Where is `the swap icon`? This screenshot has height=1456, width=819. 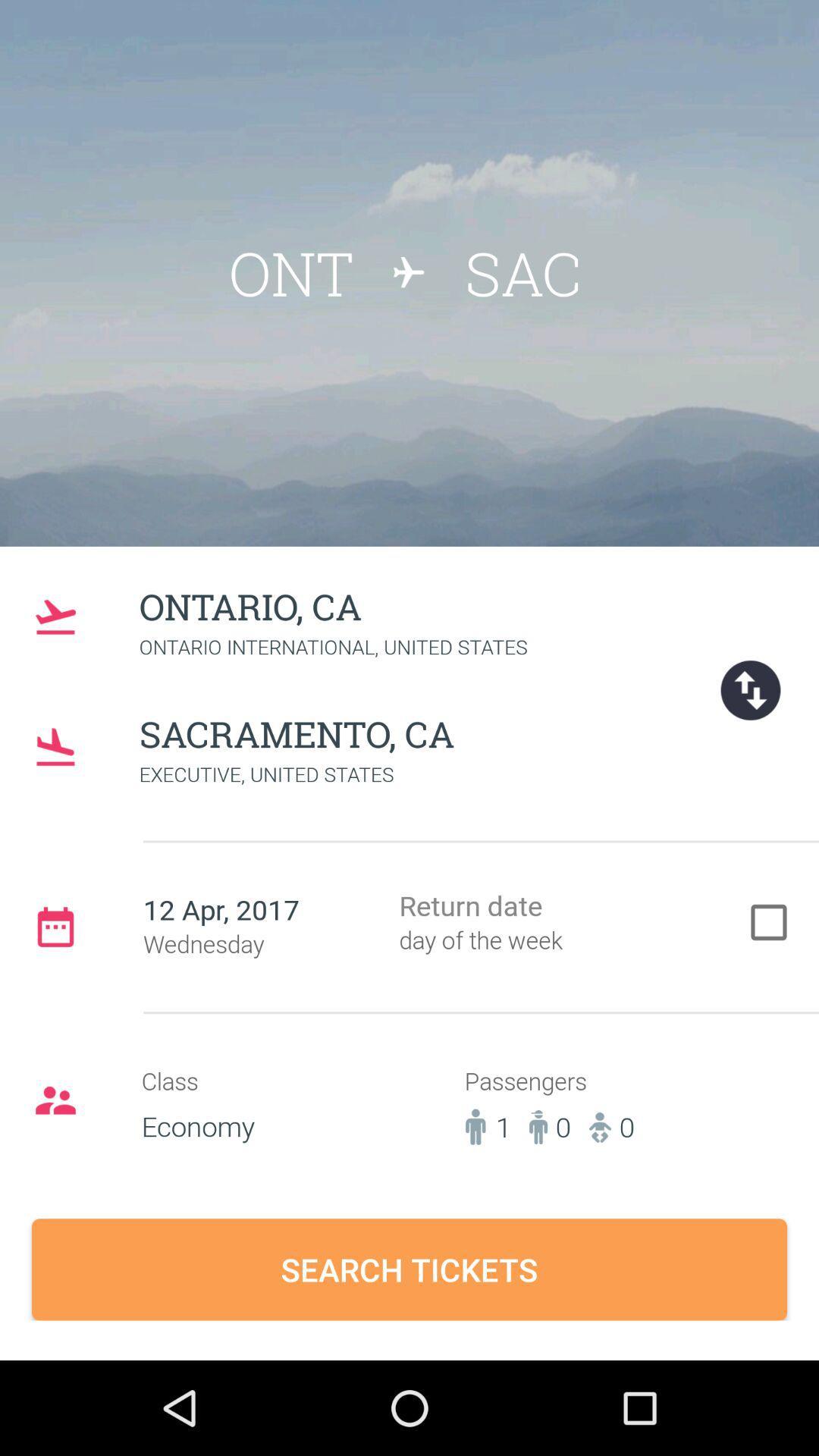 the swap icon is located at coordinates (751, 689).